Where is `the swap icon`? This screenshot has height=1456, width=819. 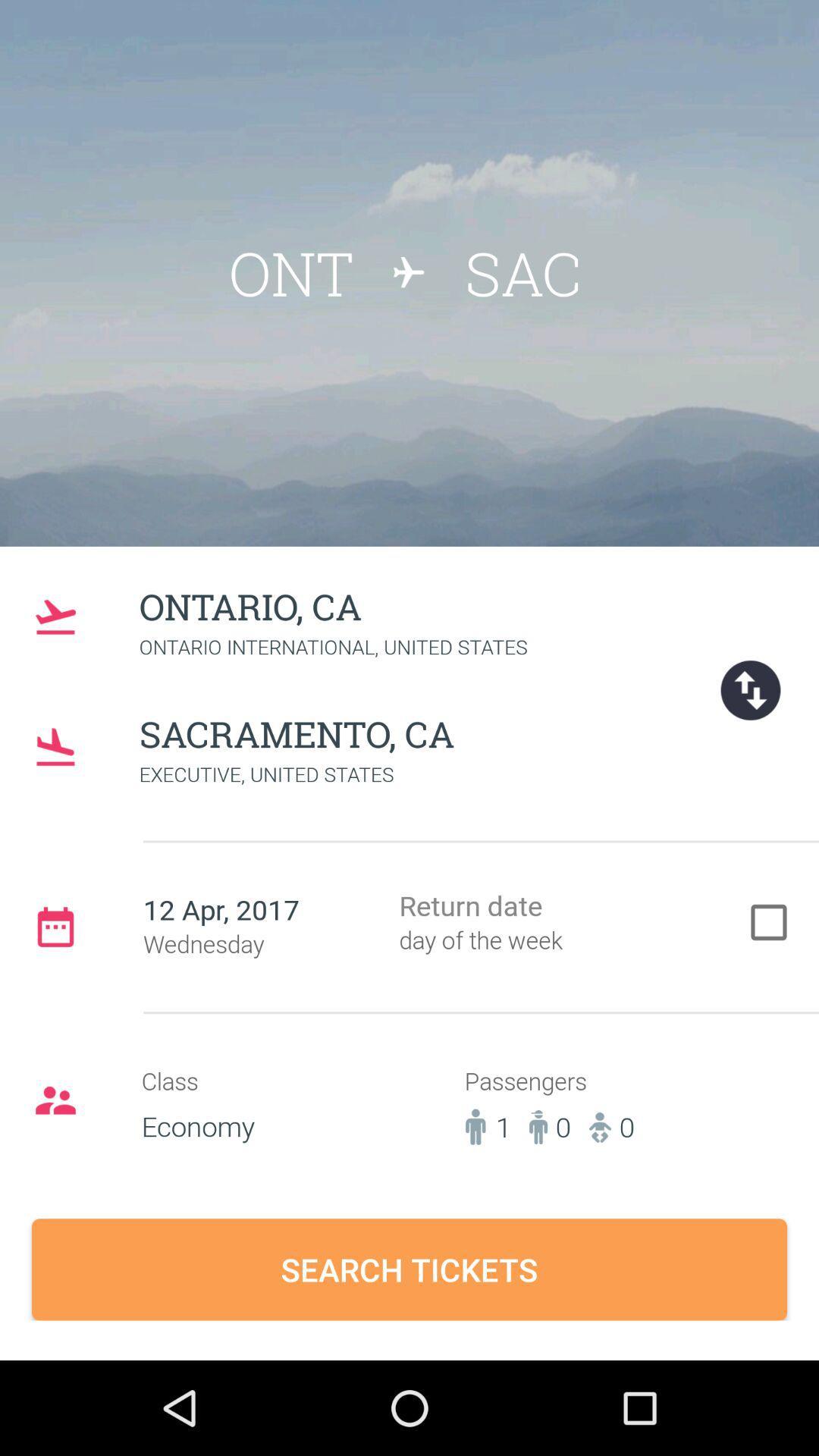 the swap icon is located at coordinates (751, 689).